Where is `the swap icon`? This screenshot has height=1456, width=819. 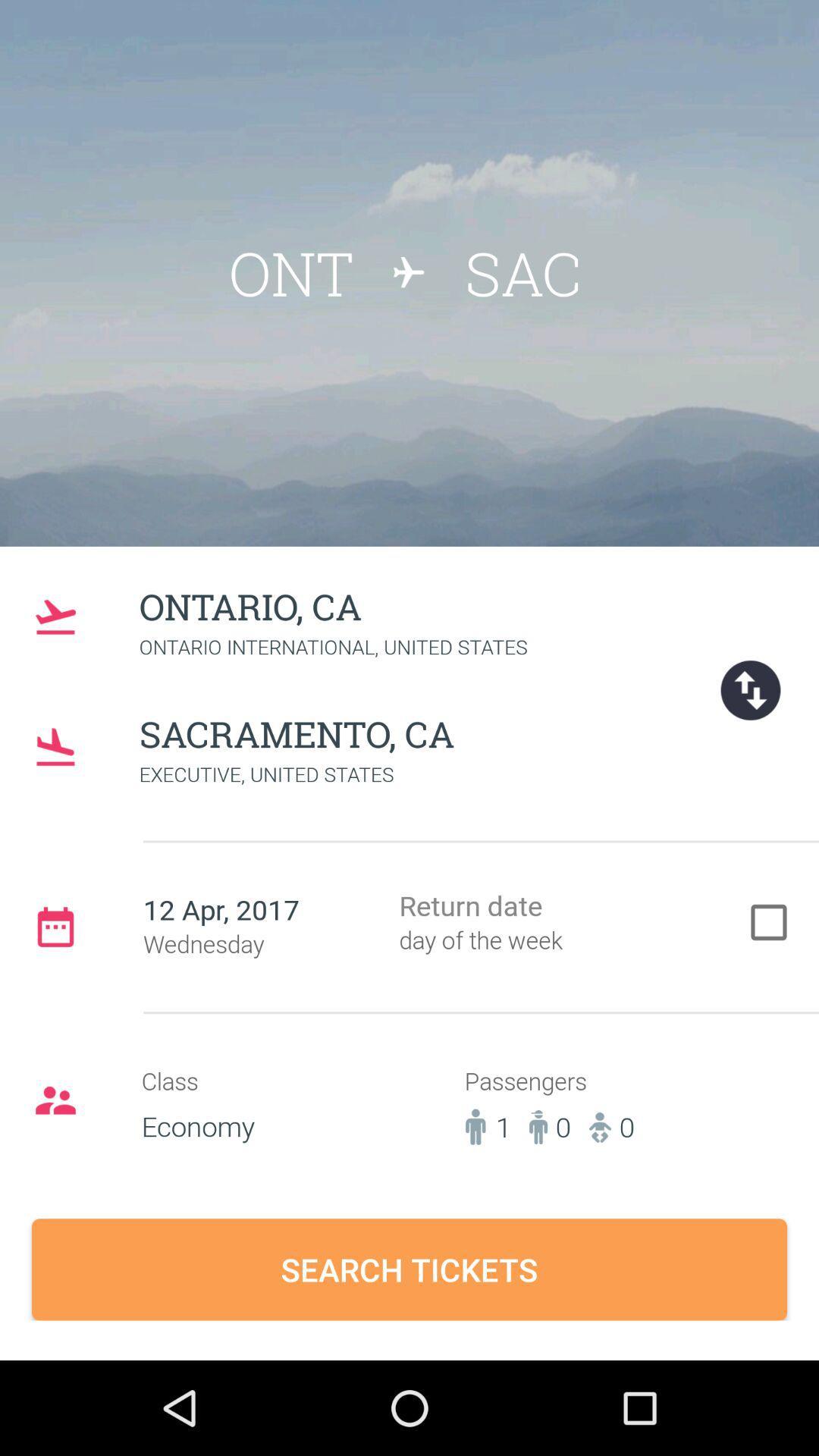 the swap icon is located at coordinates (751, 689).